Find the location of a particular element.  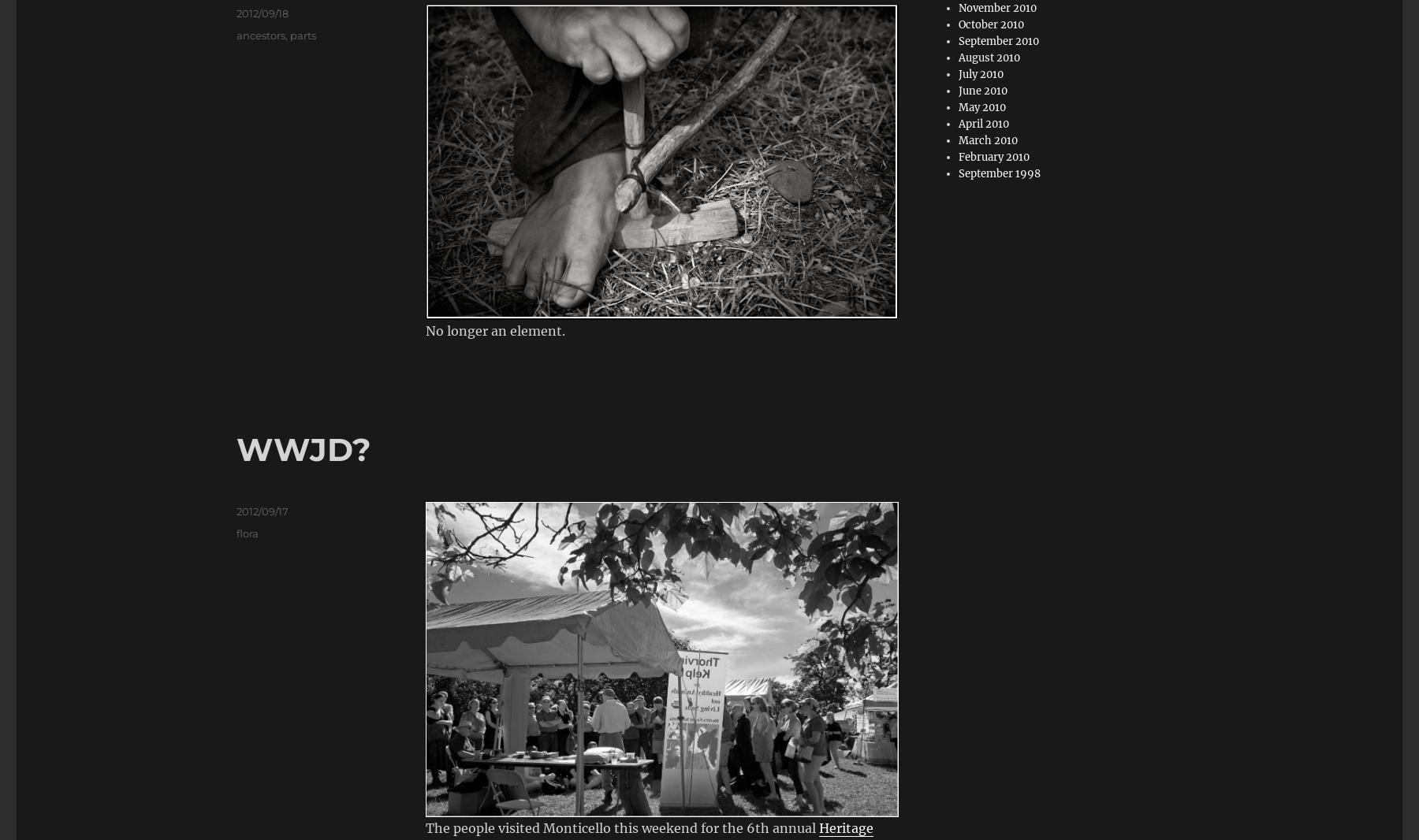

',' is located at coordinates (288, 34).